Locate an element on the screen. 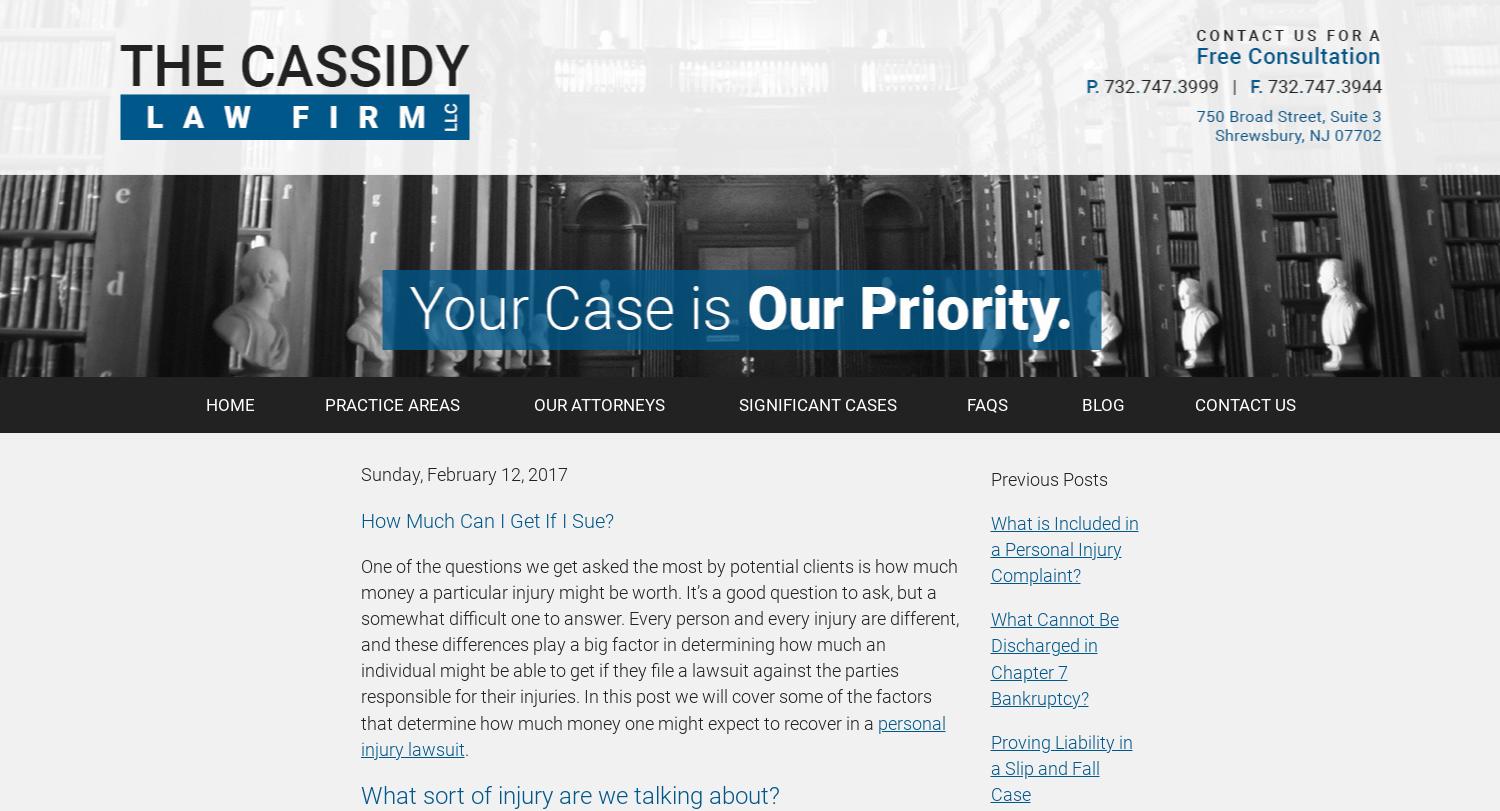 The image size is (1500, 811). 'CONTACT US' is located at coordinates (1243, 405).